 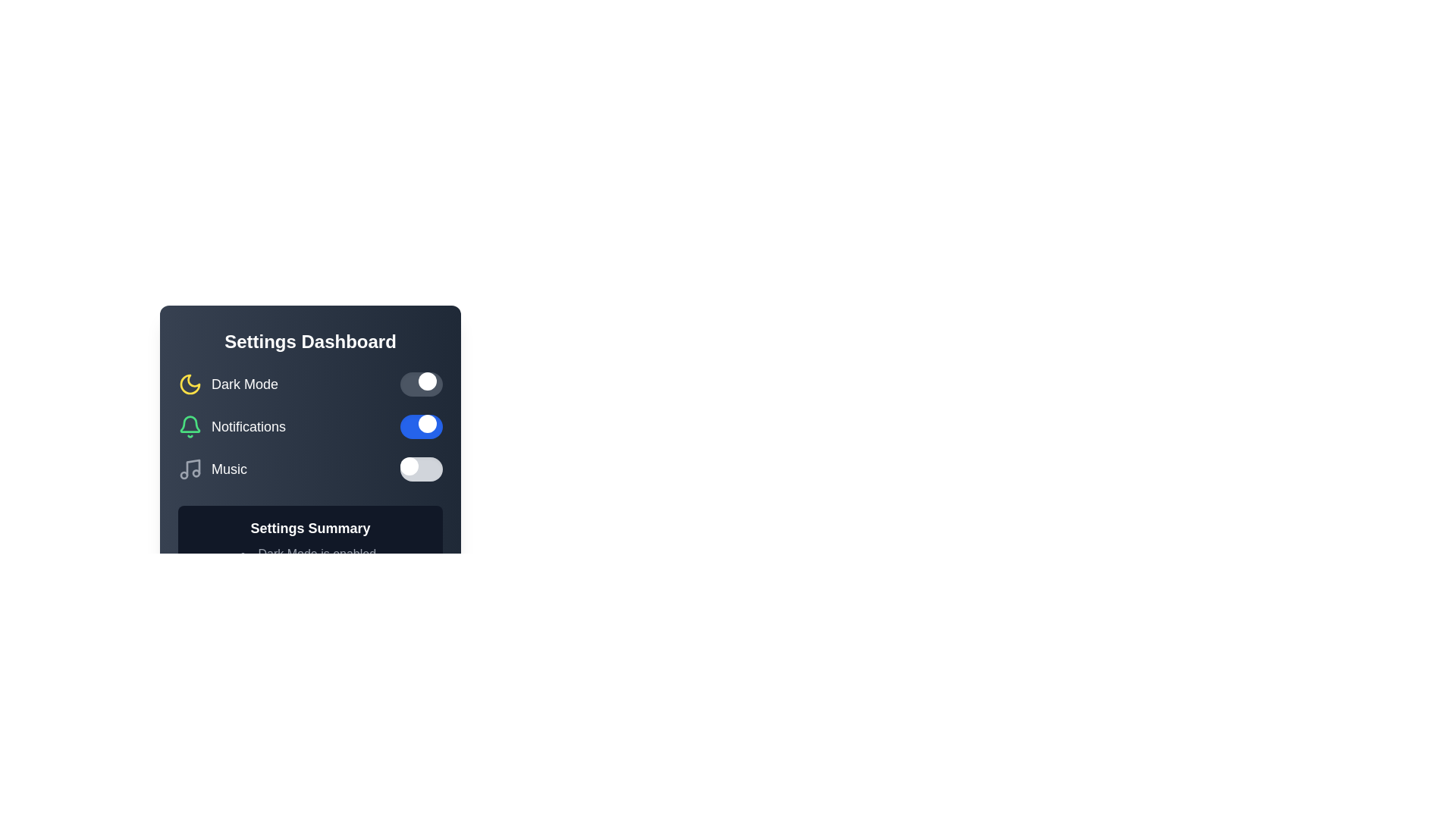 I want to click on the 'Notifications' Text Label with Icon, so click(x=231, y=427).